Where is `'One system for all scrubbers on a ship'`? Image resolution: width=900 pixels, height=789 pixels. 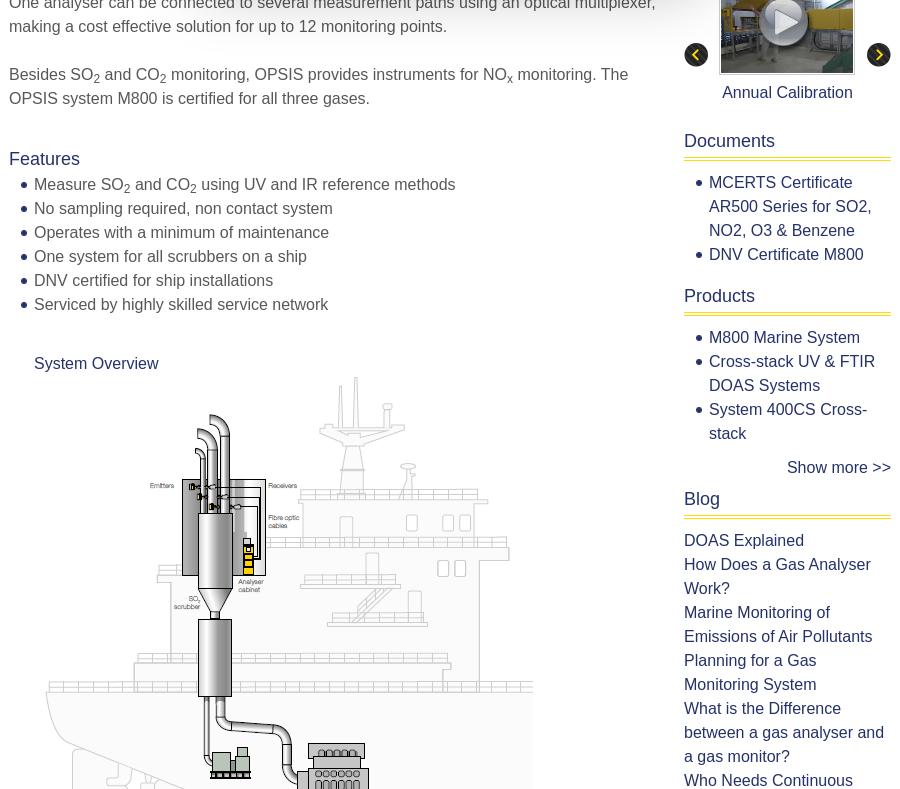
'One system for all scrubbers on a ship' is located at coordinates (170, 255).